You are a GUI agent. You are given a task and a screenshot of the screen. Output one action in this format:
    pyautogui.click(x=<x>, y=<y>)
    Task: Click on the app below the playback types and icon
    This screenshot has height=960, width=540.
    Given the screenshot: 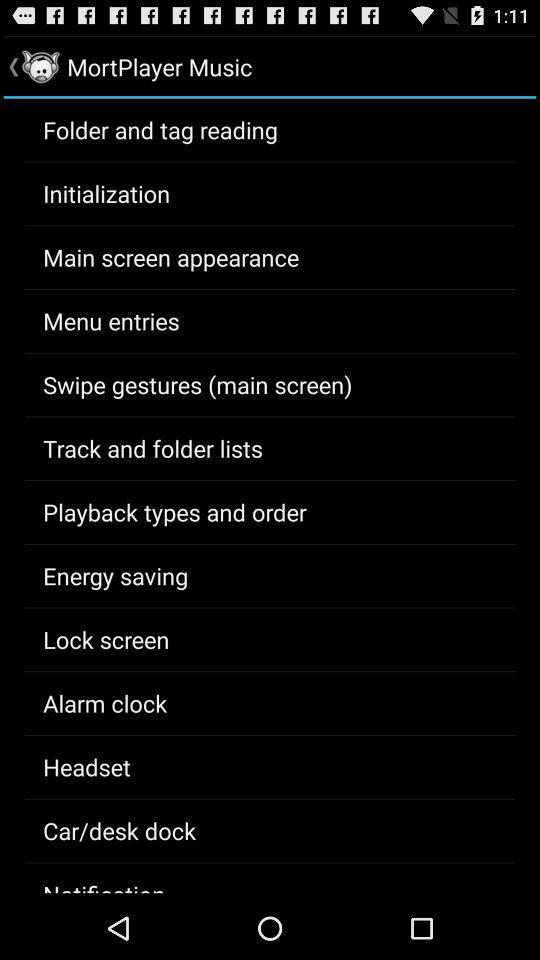 What is the action you would take?
    pyautogui.click(x=115, y=575)
    